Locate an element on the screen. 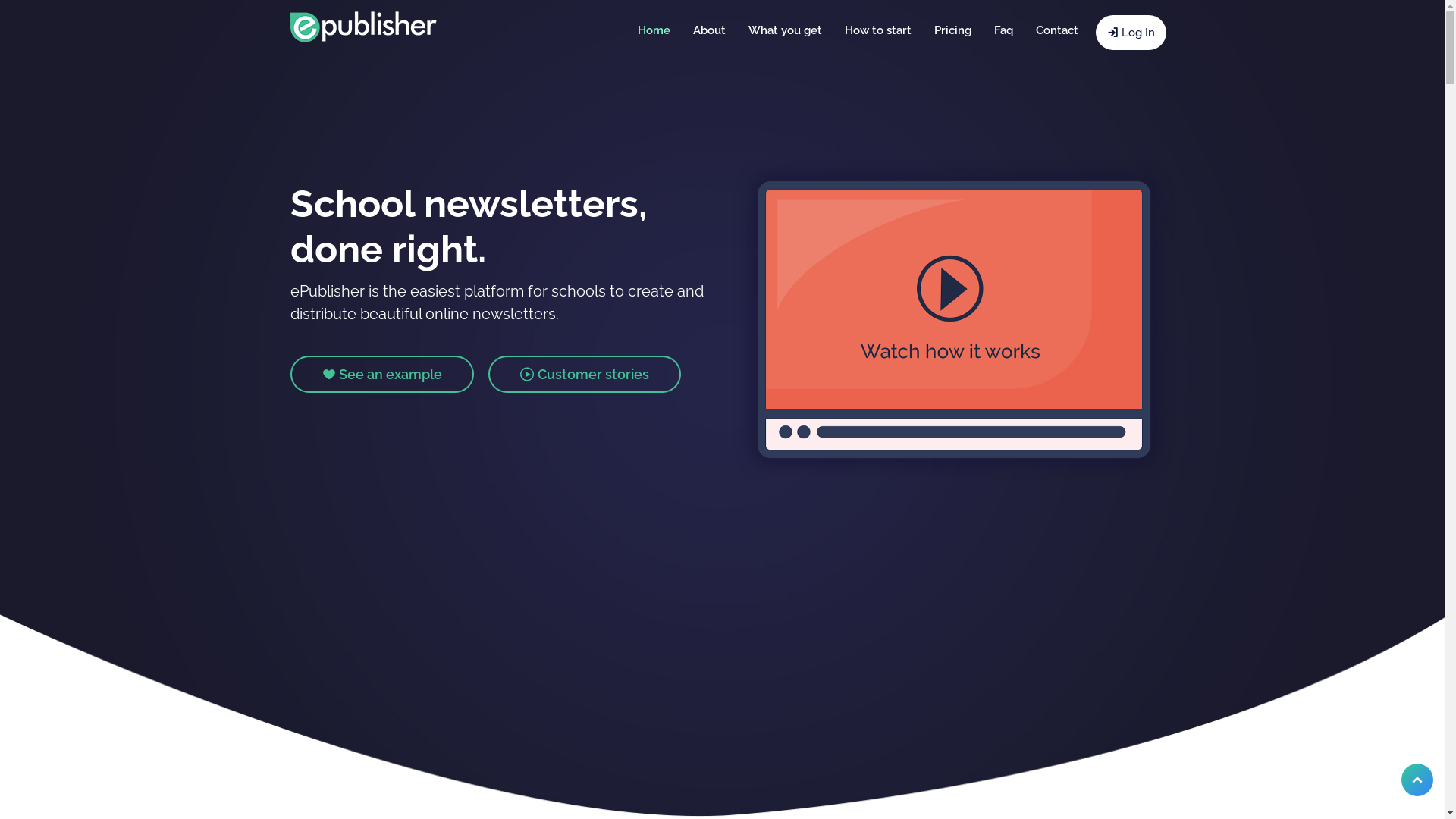 Image resolution: width=1456 pixels, height=819 pixels. 'Pricing' is located at coordinates (951, 30).